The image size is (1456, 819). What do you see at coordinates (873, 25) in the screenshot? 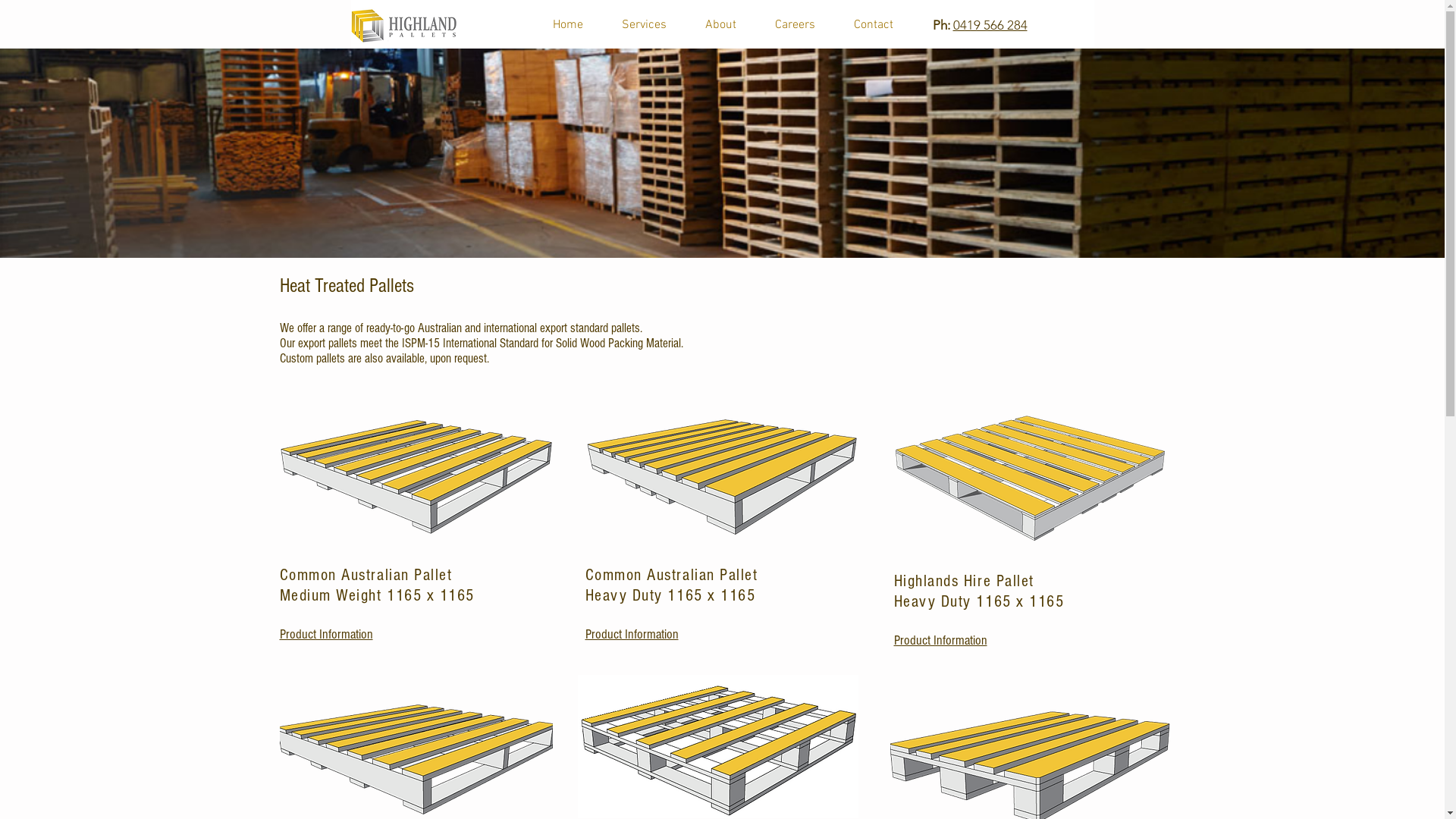
I see `'Contact'` at bounding box center [873, 25].